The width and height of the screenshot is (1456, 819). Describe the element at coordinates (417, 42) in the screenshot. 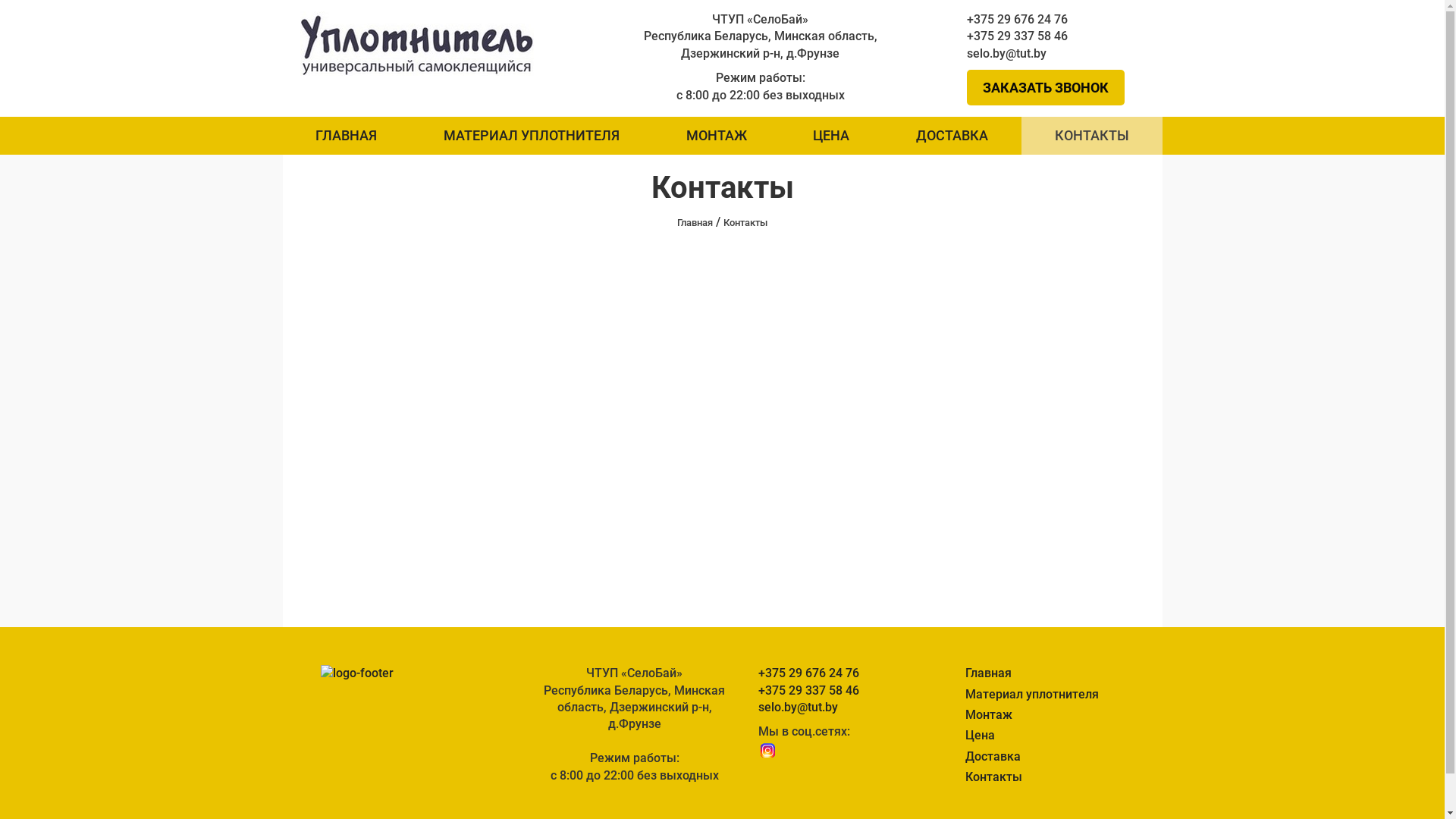

I see `'plotno.by'` at that location.